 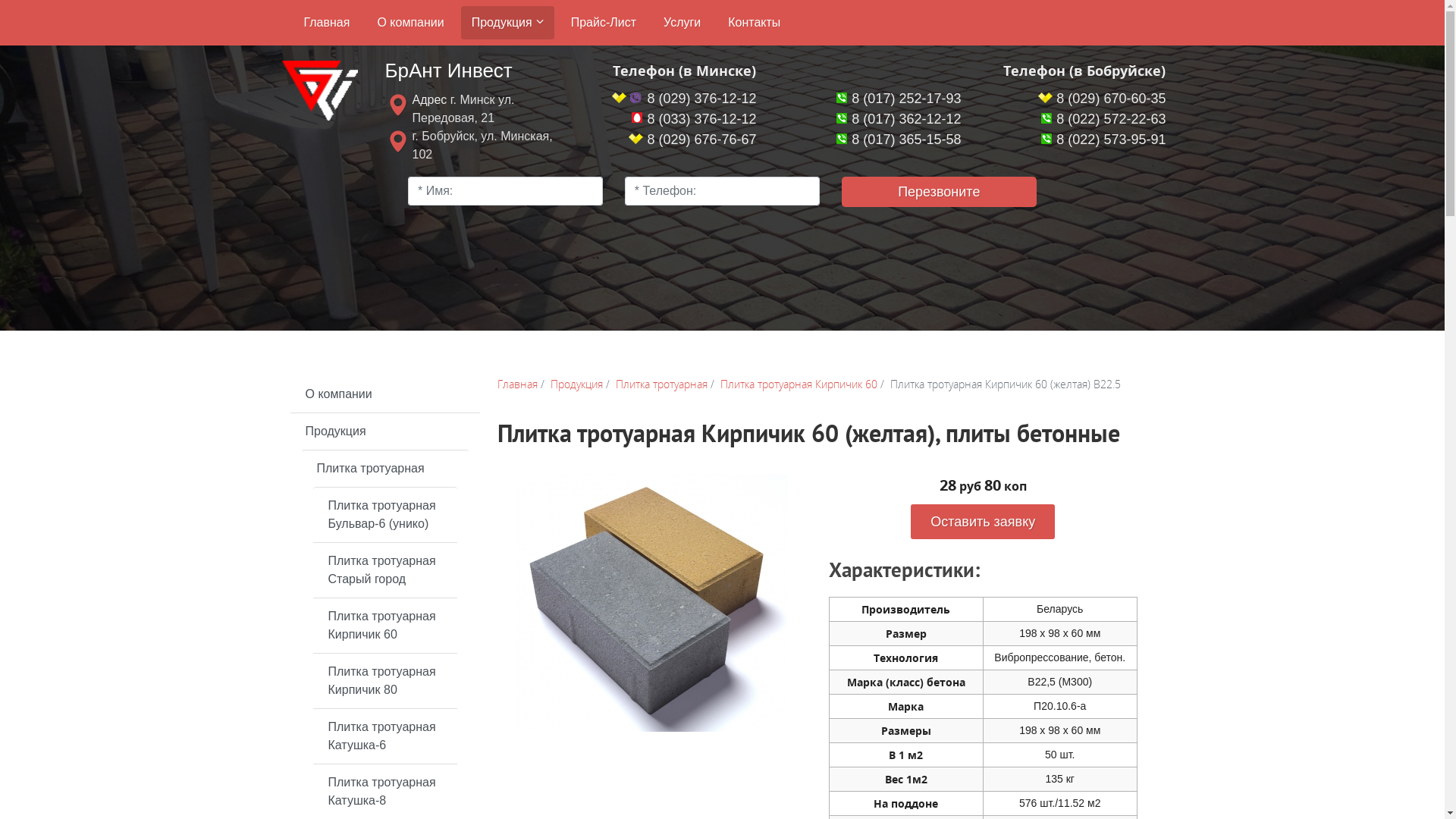 What do you see at coordinates (899, 118) in the screenshot?
I see `'8 (017) 362-12-12'` at bounding box center [899, 118].